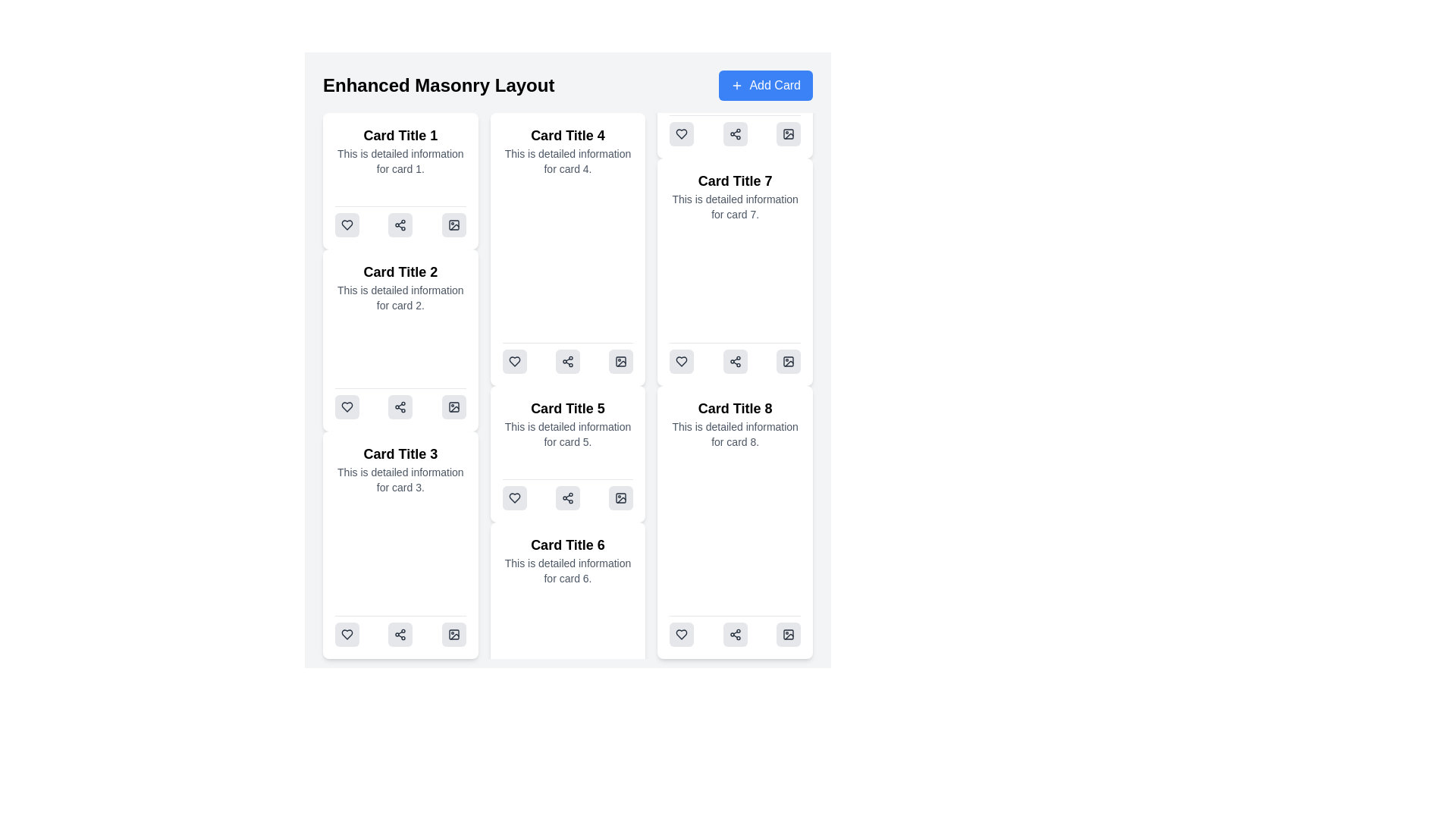 The height and width of the screenshot is (819, 1456). Describe the element at coordinates (346, 635) in the screenshot. I see `the 'Like' or 'Favorite' button icon located in the lower-left corner of 'Card Title 3'` at that location.